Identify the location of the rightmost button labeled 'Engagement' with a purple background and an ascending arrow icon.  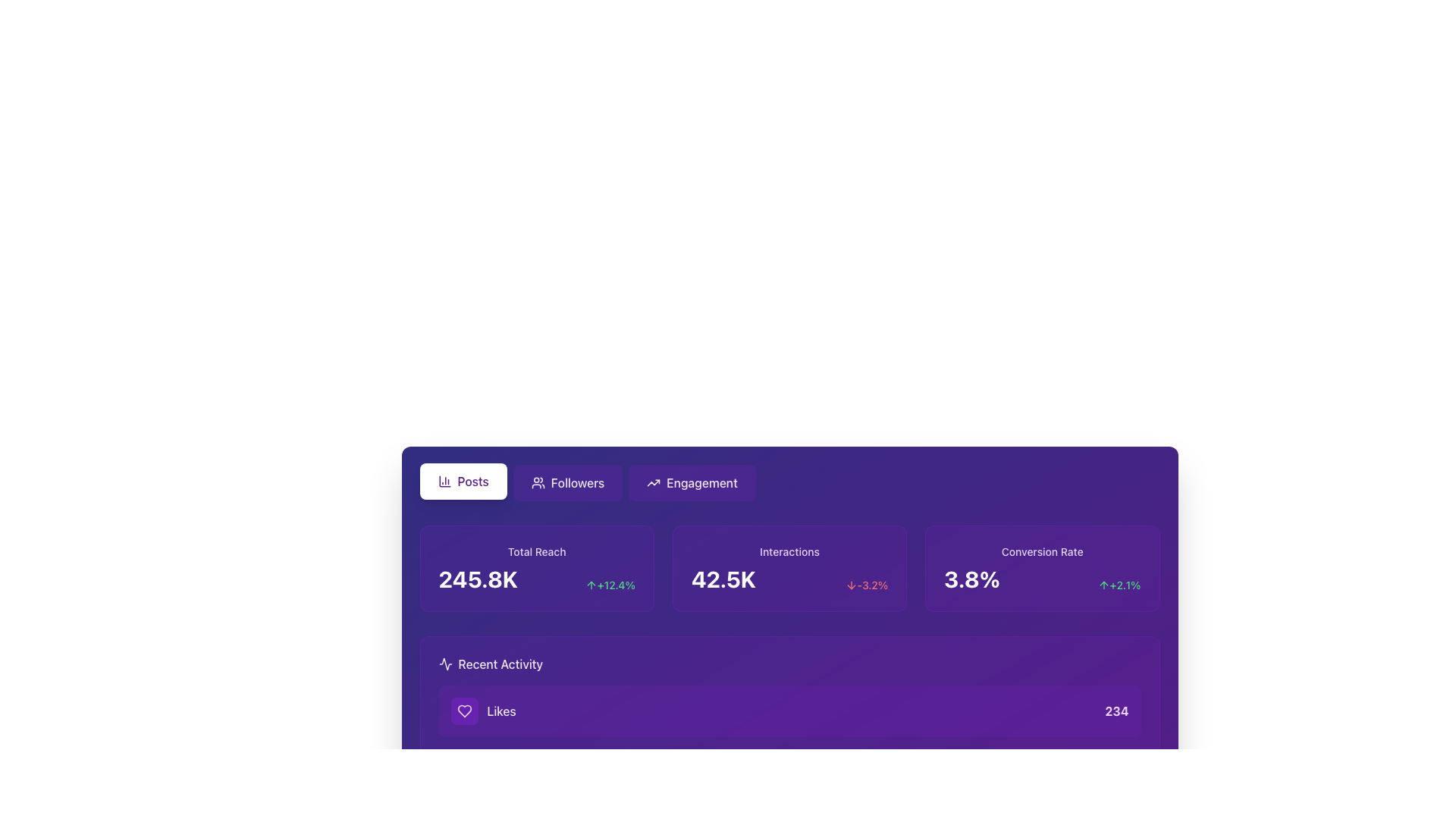
(691, 482).